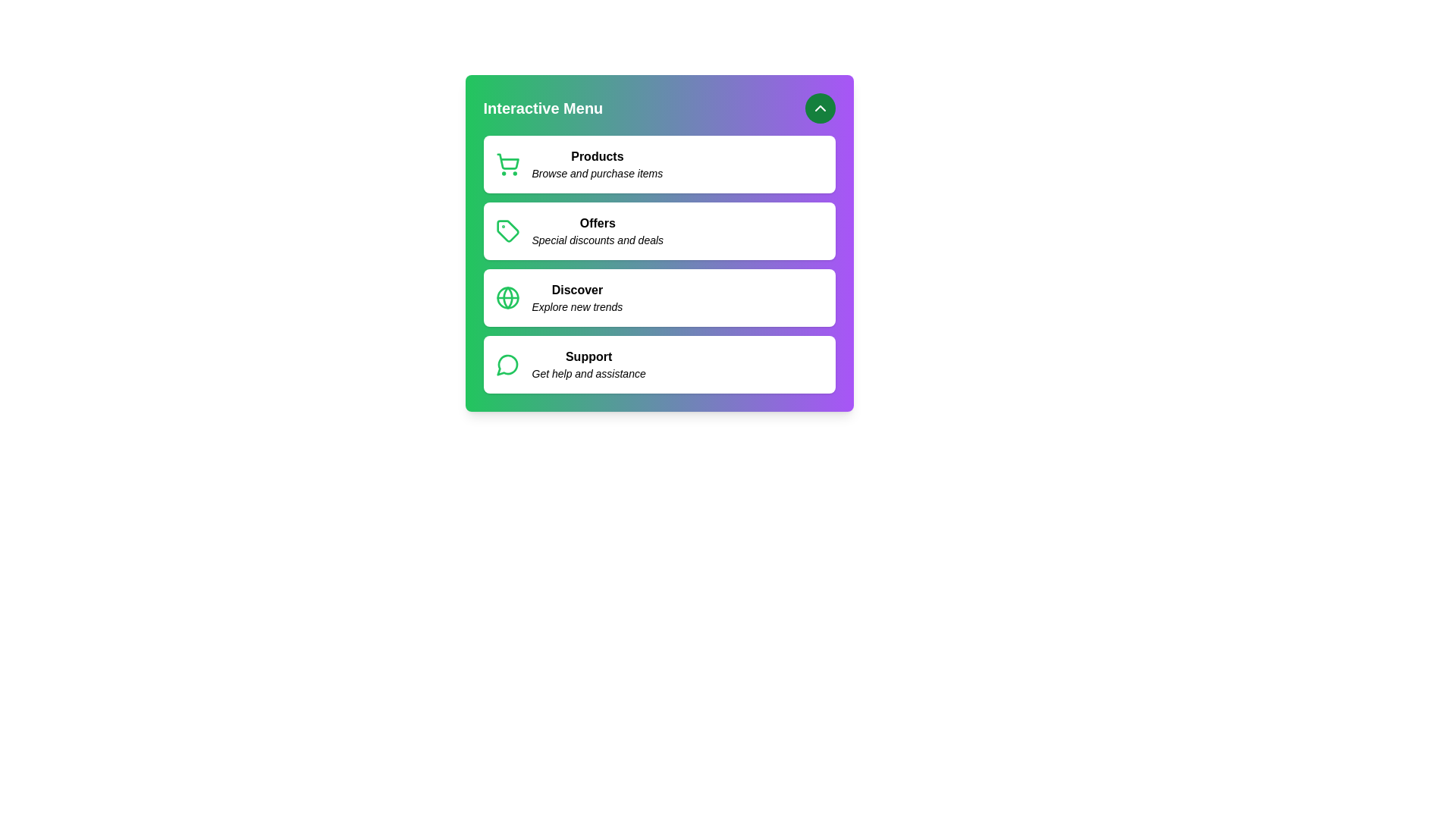 The width and height of the screenshot is (1456, 819). I want to click on chevron button to toggle the menu visibility, so click(819, 107).